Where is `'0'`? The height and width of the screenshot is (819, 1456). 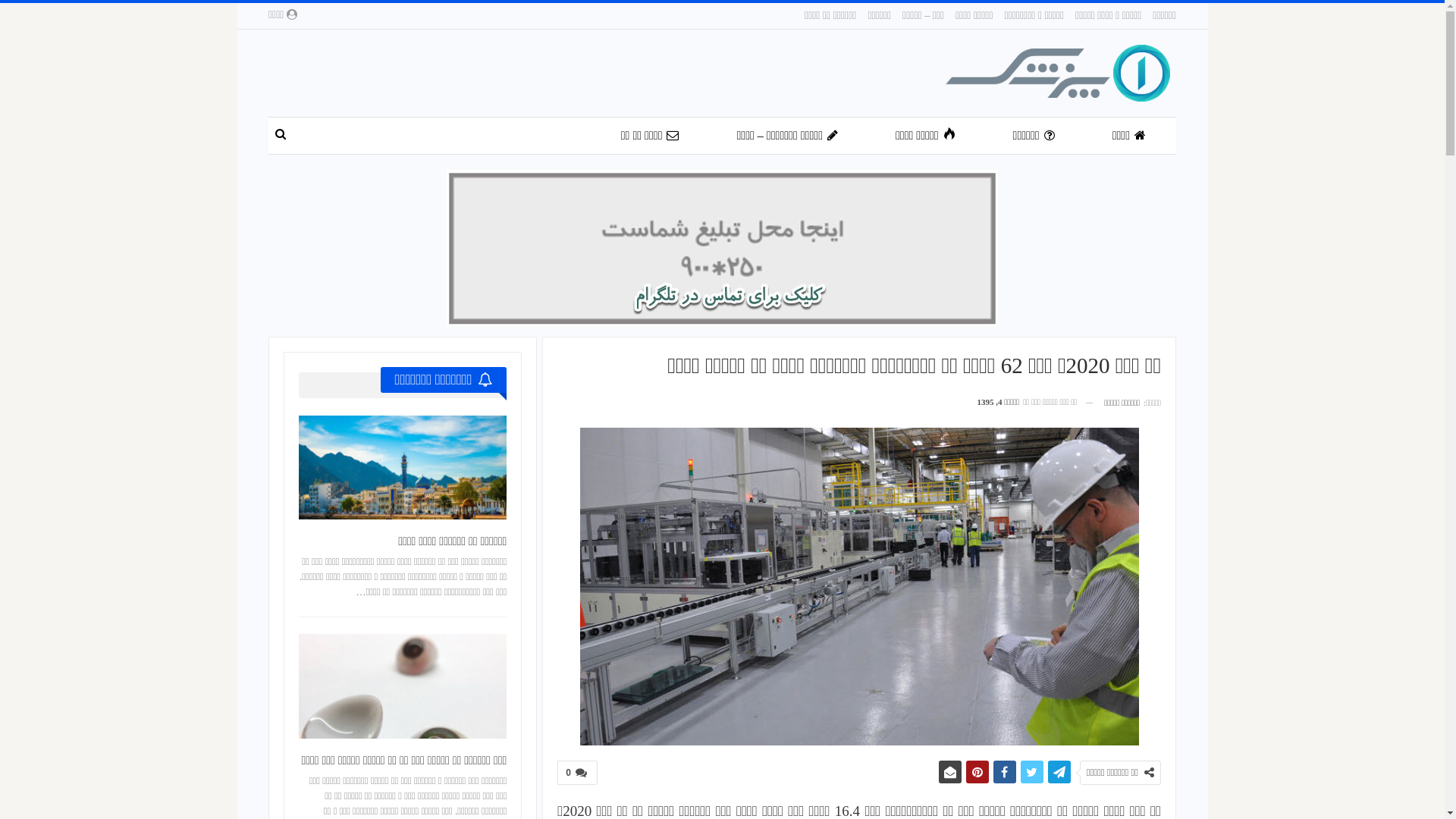
'0' is located at coordinates (556, 772).